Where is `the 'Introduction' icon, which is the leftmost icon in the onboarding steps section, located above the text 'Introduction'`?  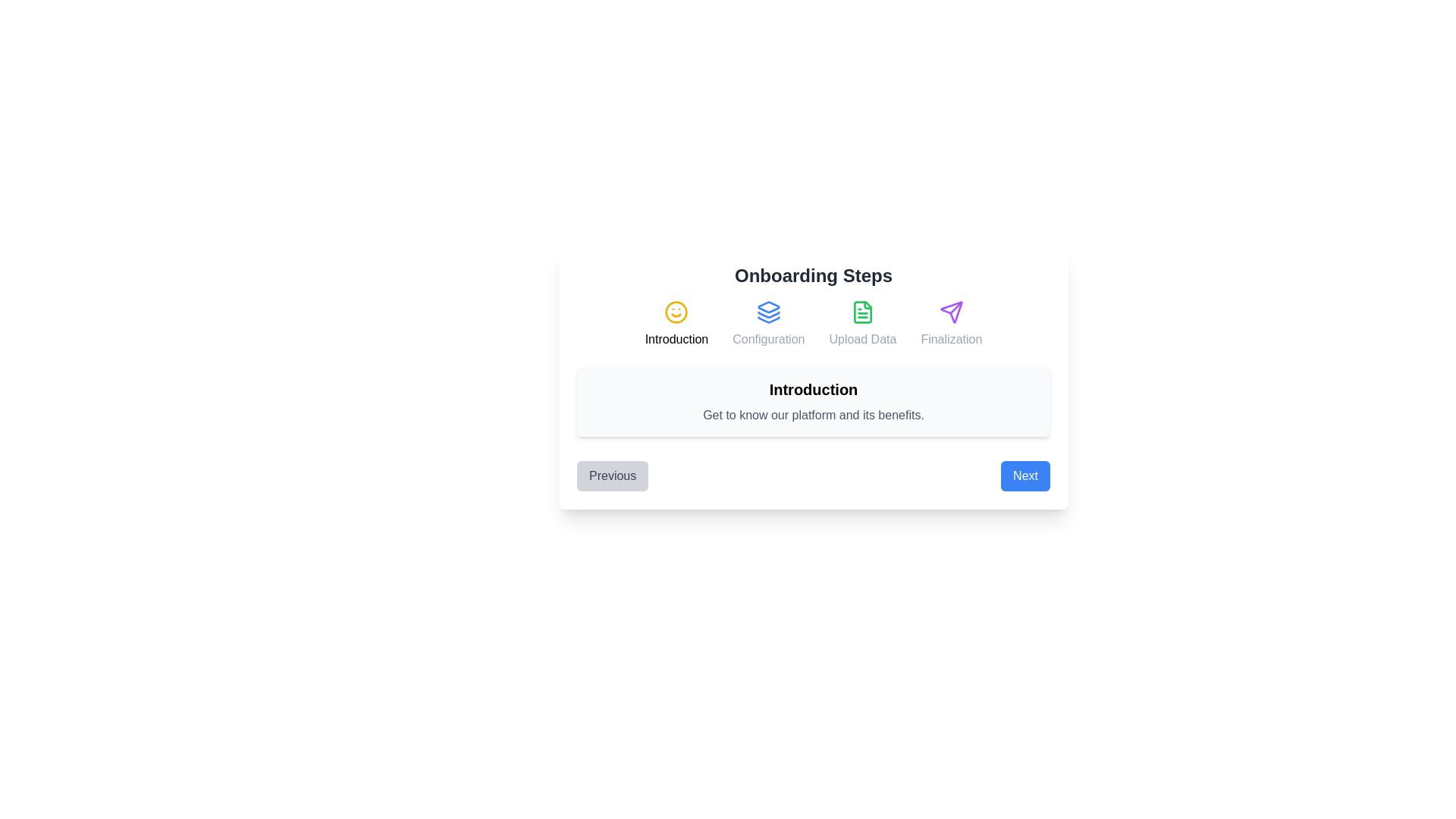 the 'Introduction' icon, which is the leftmost icon in the onboarding steps section, located above the text 'Introduction' is located at coordinates (676, 312).